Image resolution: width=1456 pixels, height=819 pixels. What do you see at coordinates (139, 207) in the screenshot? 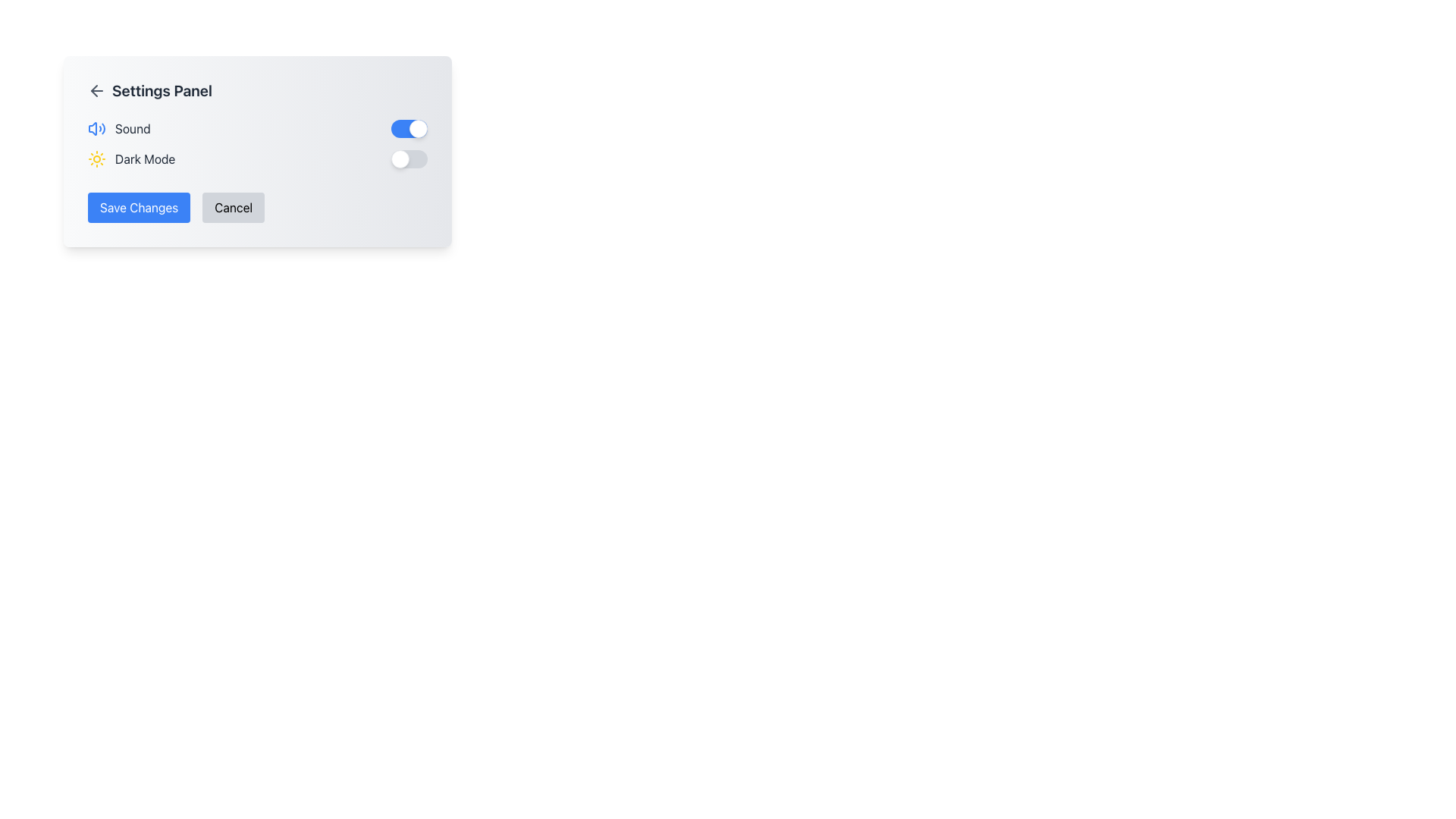
I see `the save button located in the lower-left corner of the Settings Panel` at bounding box center [139, 207].